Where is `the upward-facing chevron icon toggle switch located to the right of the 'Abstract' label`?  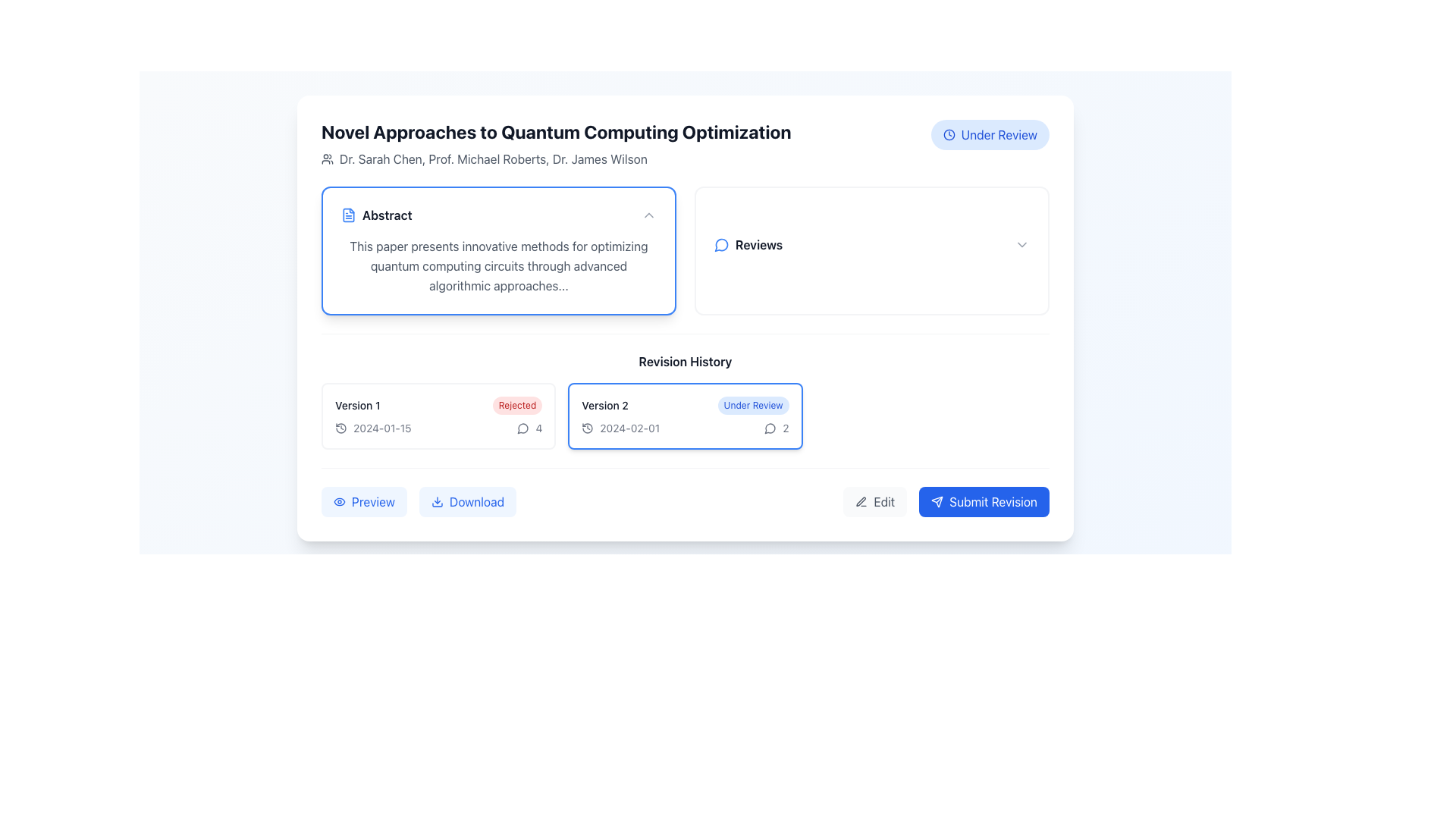
the upward-facing chevron icon toggle switch located to the right of the 'Abstract' label is located at coordinates (648, 215).